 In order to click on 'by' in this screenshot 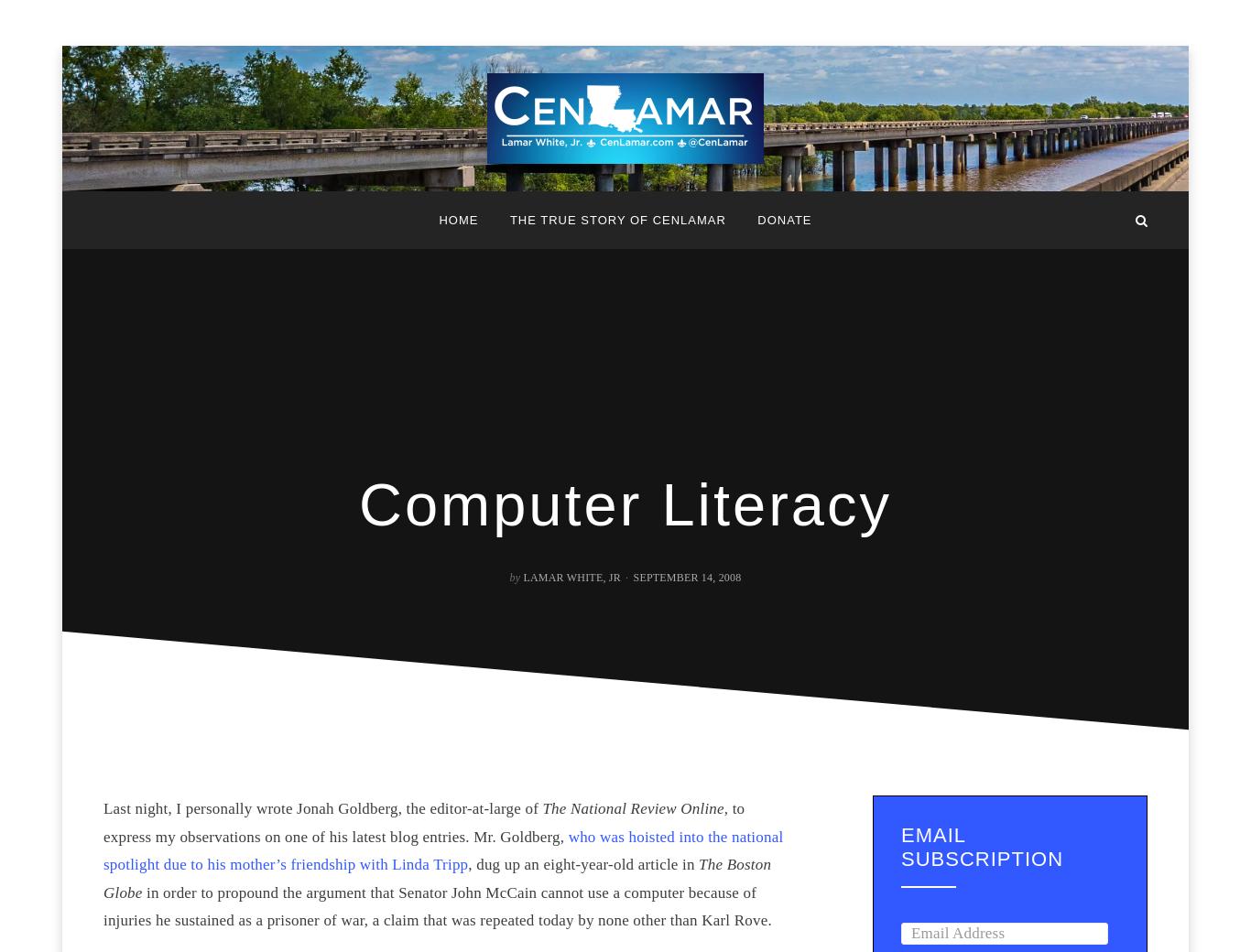, I will do `click(508, 576)`.